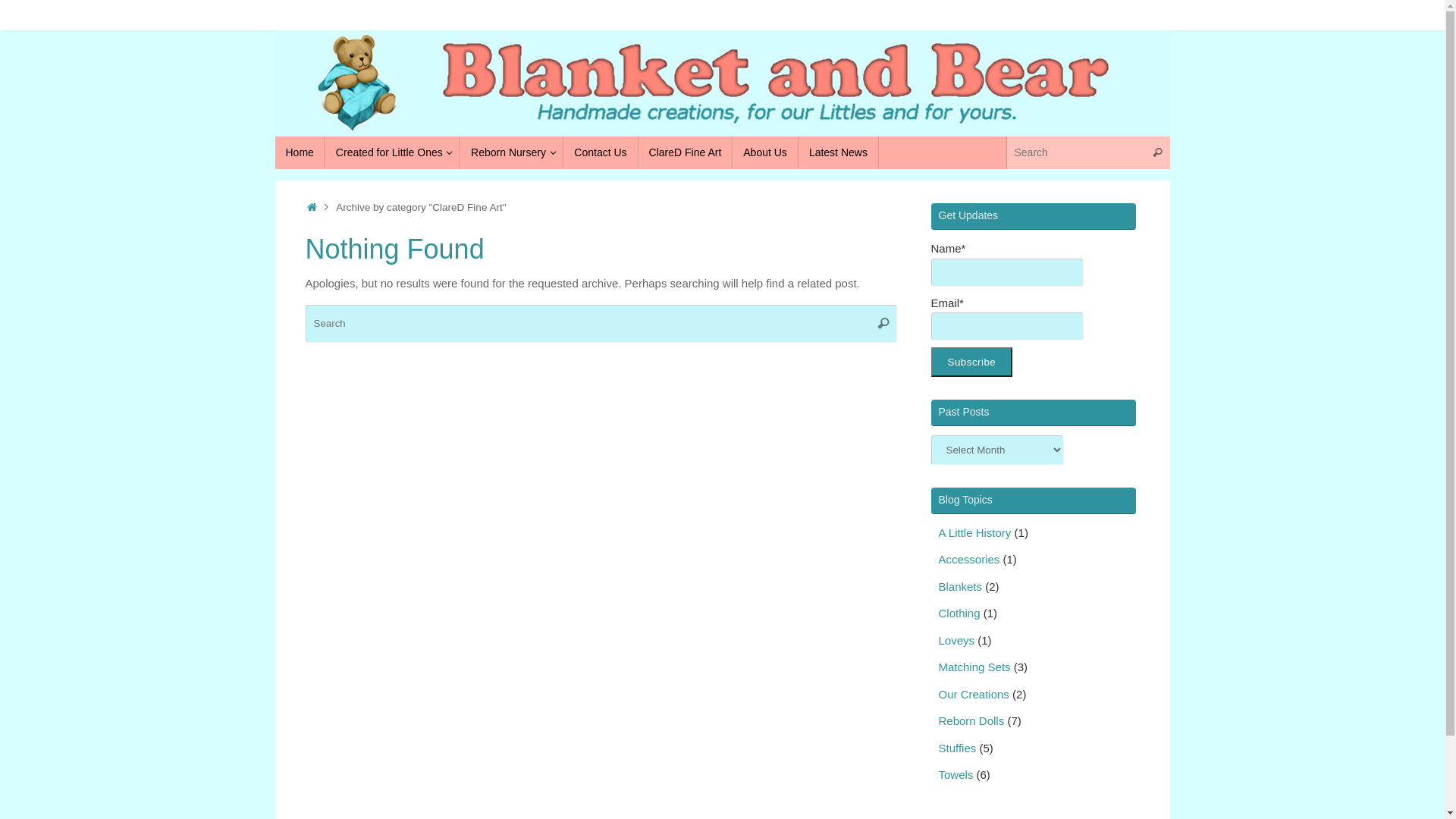 Image resolution: width=1456 pixels, height=819 pixels. Describe the element at coordinates (938, 585) in the screenshot. I see `'Blankets'` at that location.